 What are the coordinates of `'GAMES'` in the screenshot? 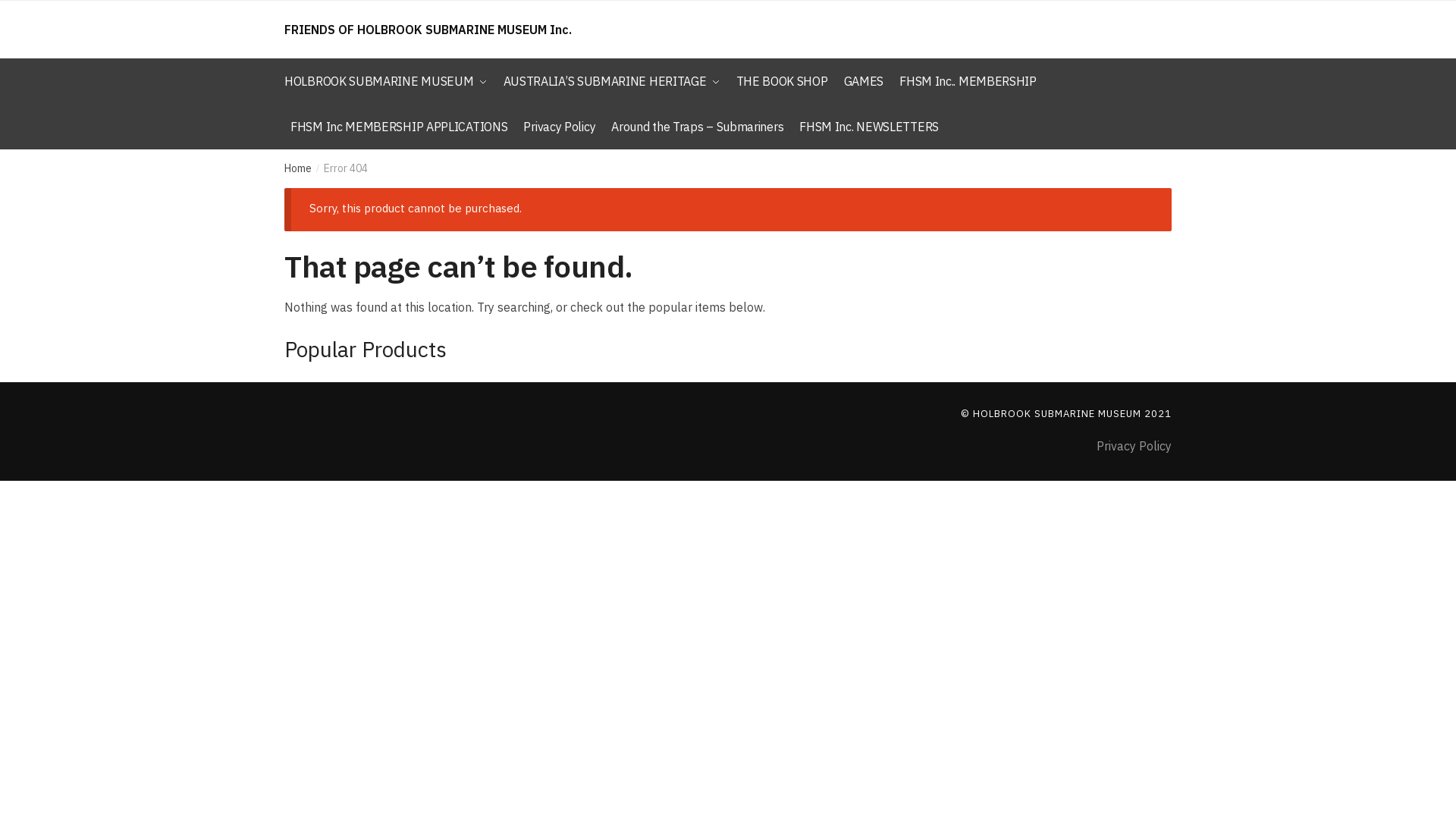 It's located at (864, 81).